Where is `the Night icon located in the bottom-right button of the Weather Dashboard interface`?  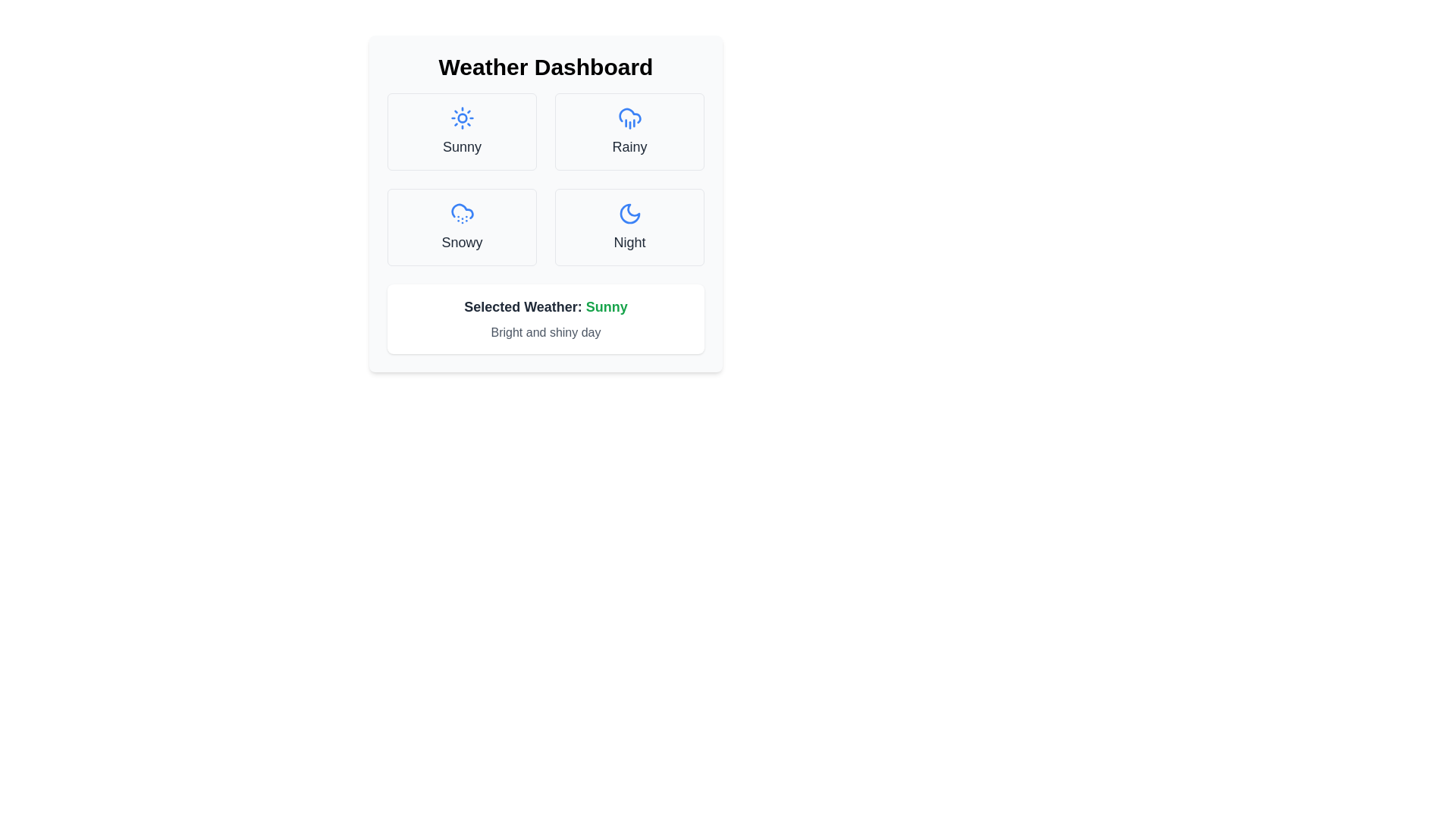
the Night icon located in the bottom-right button of the Weather Dashboard interface is located at coordinates (629, 213).